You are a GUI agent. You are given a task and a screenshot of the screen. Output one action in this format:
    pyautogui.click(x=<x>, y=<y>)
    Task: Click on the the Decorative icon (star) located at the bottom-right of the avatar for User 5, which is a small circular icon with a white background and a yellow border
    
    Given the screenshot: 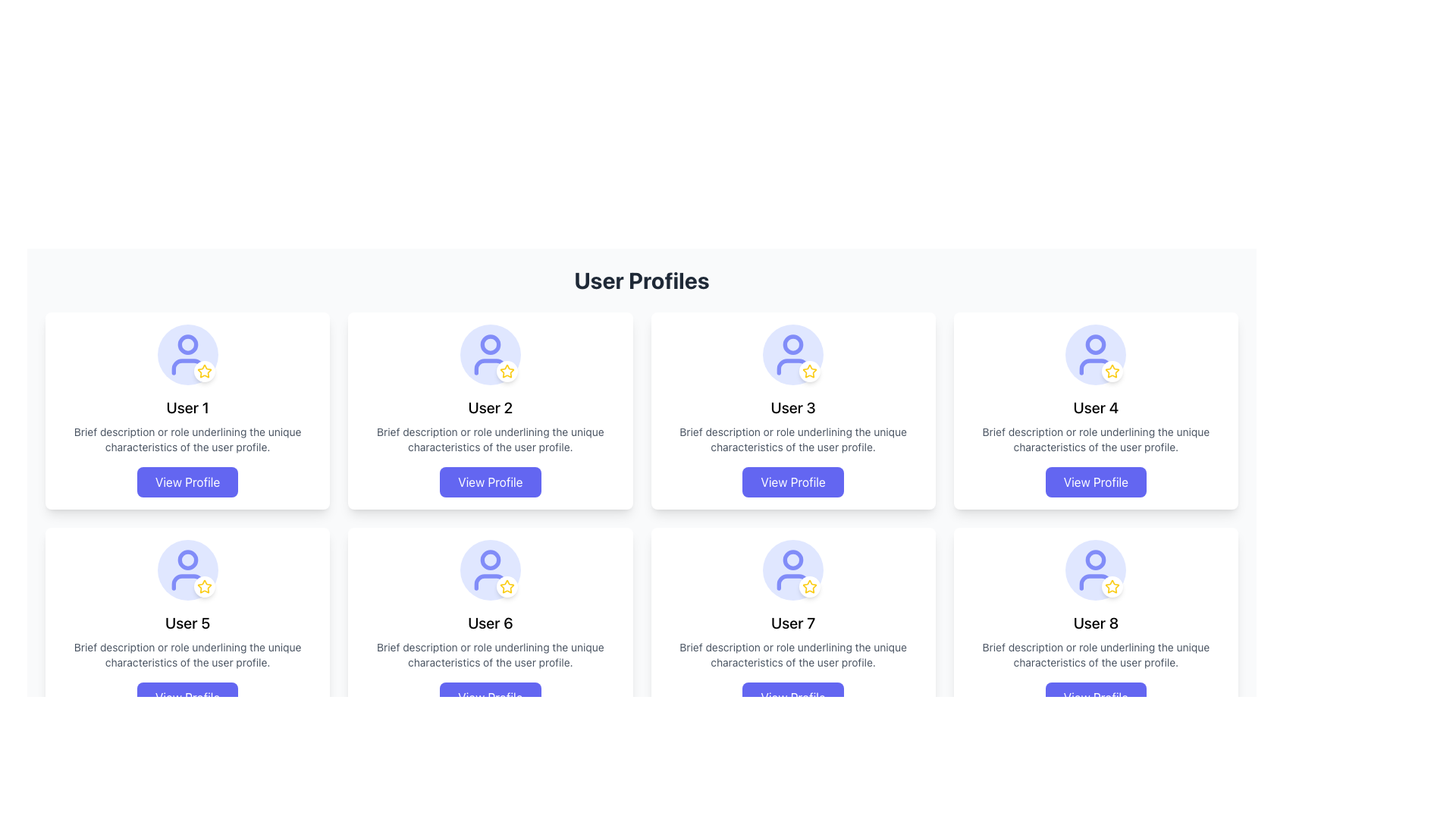 What is the action you would take?
    pyautogui.click(x=203, y=586)
    